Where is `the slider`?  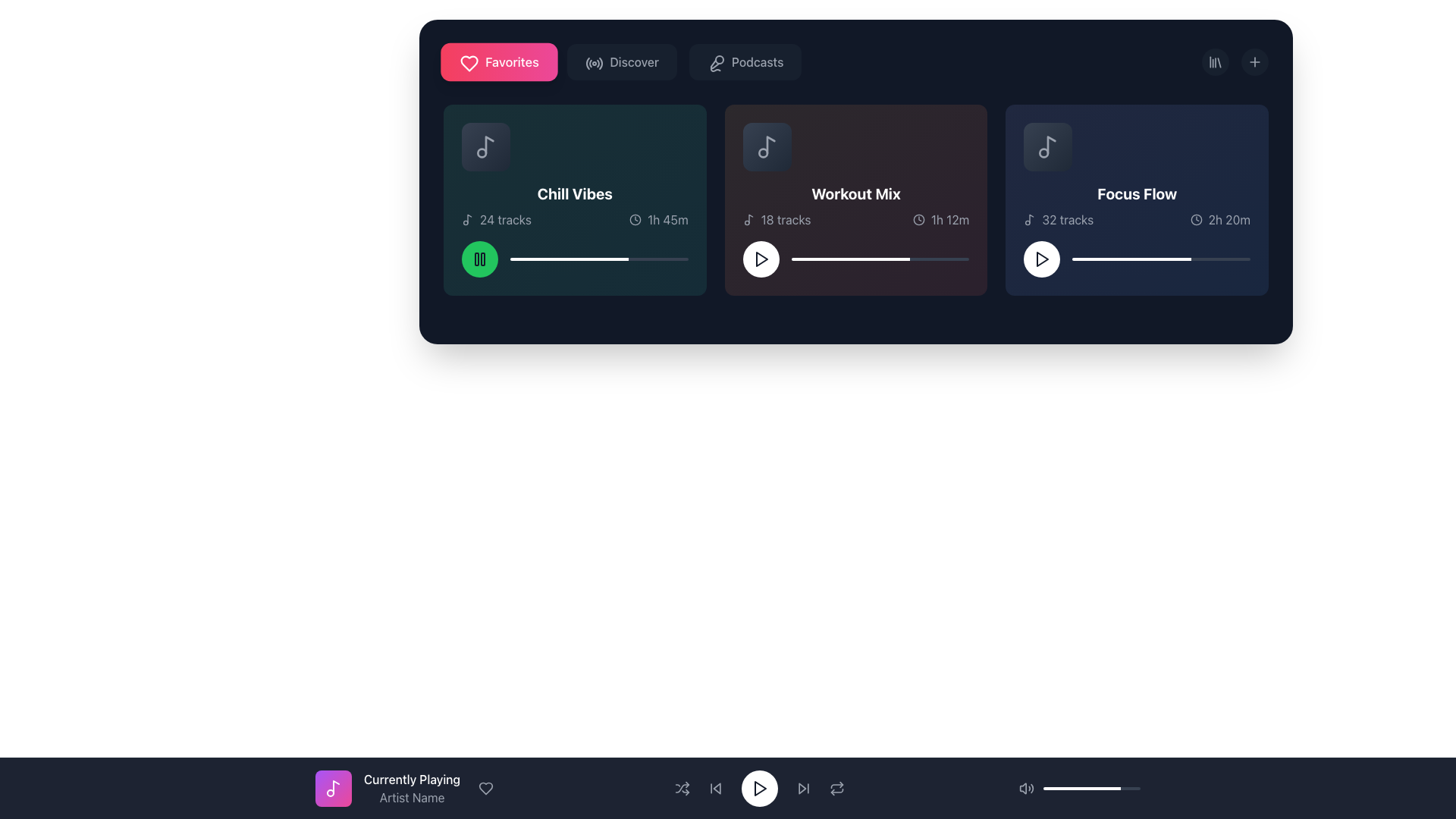
the slider is located at coordinates (922, 259).